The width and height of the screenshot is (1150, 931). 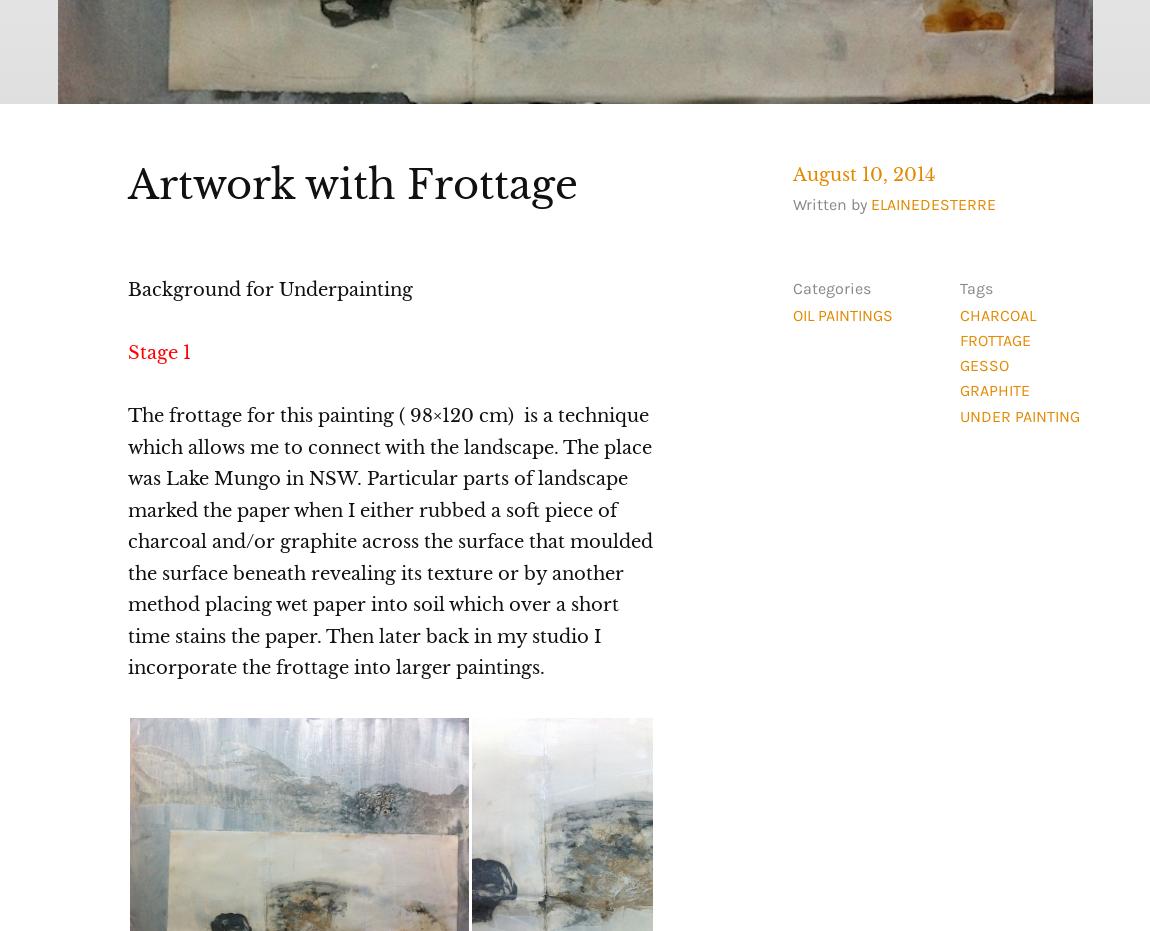 I want to click on 'gesso', so click(x=958, y=365).